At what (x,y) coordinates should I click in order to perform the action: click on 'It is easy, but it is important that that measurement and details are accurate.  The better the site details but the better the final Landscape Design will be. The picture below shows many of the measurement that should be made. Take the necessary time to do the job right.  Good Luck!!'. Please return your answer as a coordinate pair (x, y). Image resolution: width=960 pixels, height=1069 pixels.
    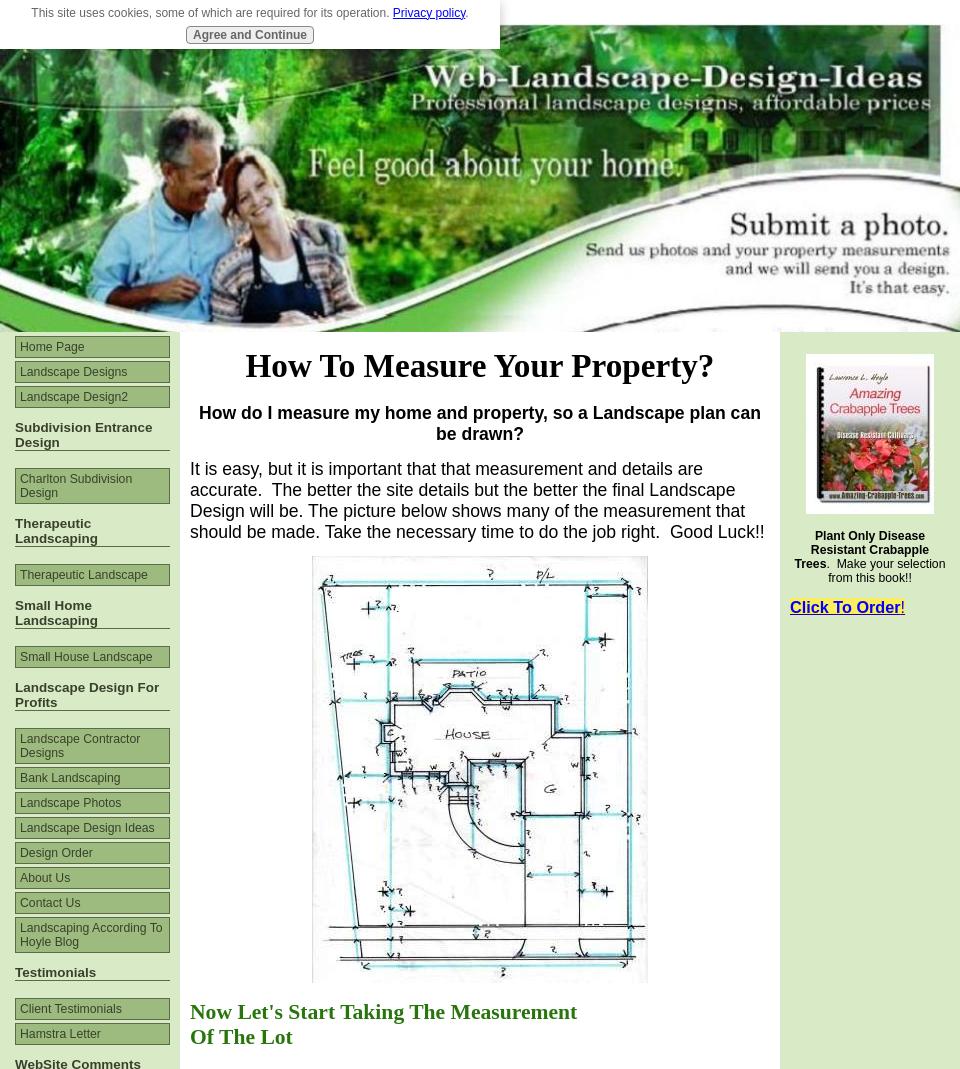
    Looking at the image, I should click on (477, 498).